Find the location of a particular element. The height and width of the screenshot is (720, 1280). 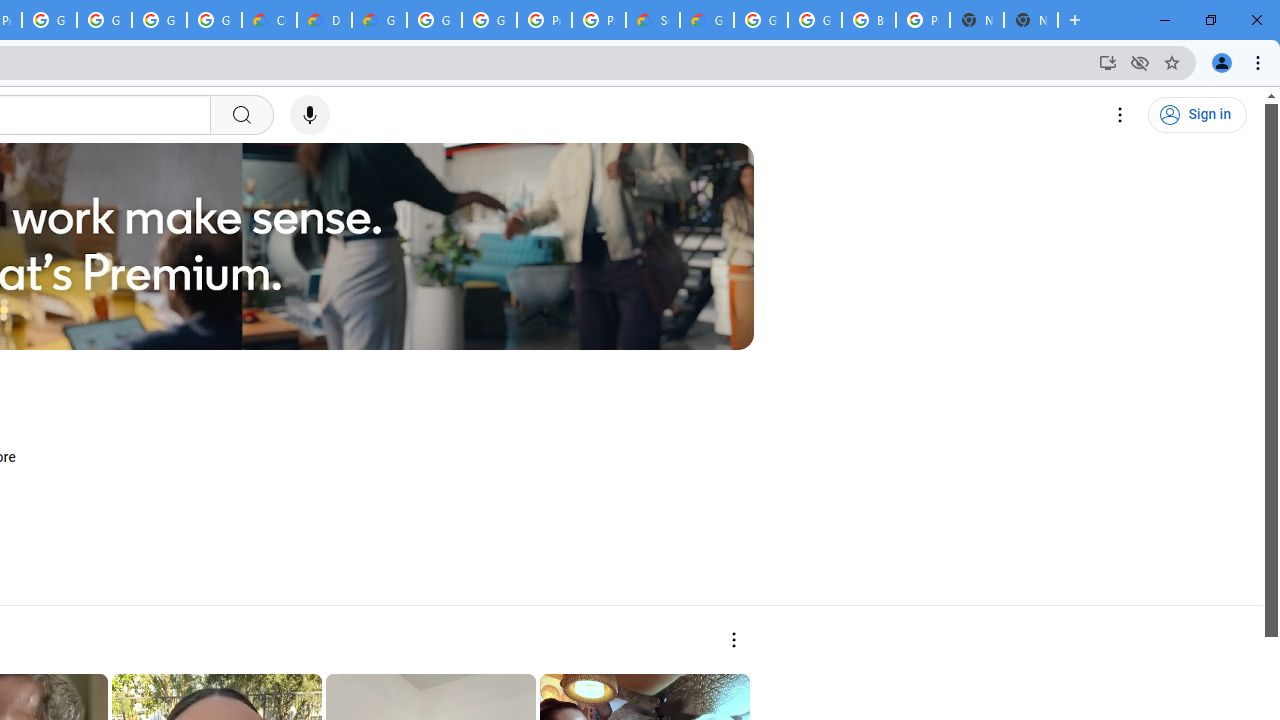

'Google Cloud Platform' is located at coordinates (433, 20).